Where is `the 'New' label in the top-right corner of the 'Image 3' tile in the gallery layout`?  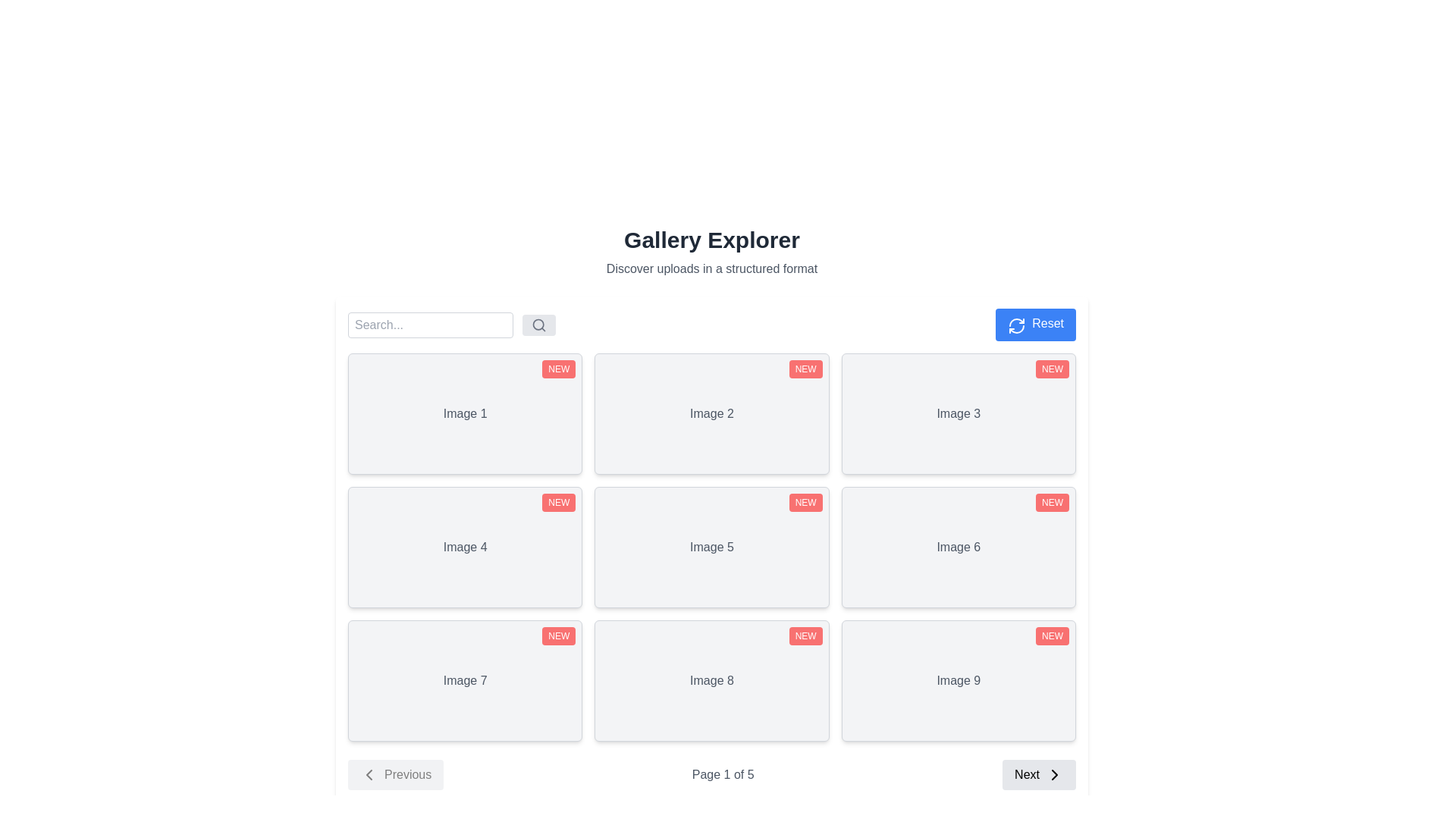 the 'New' label in the top-right corner of the 'Image 3' tile in the gallery layout is located at coordinates (1051, 369).